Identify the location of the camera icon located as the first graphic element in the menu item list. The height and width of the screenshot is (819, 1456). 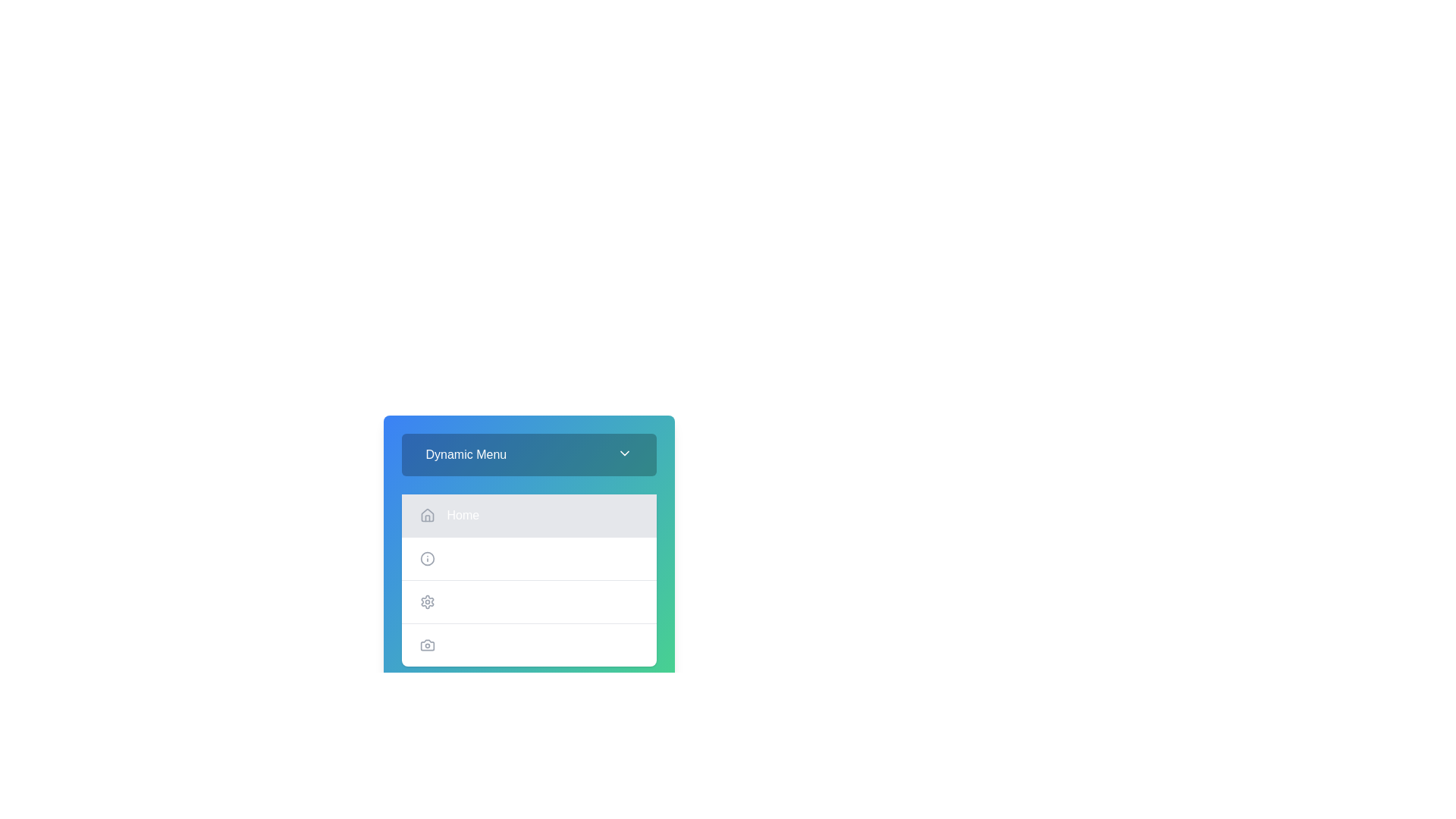
(426, 645).